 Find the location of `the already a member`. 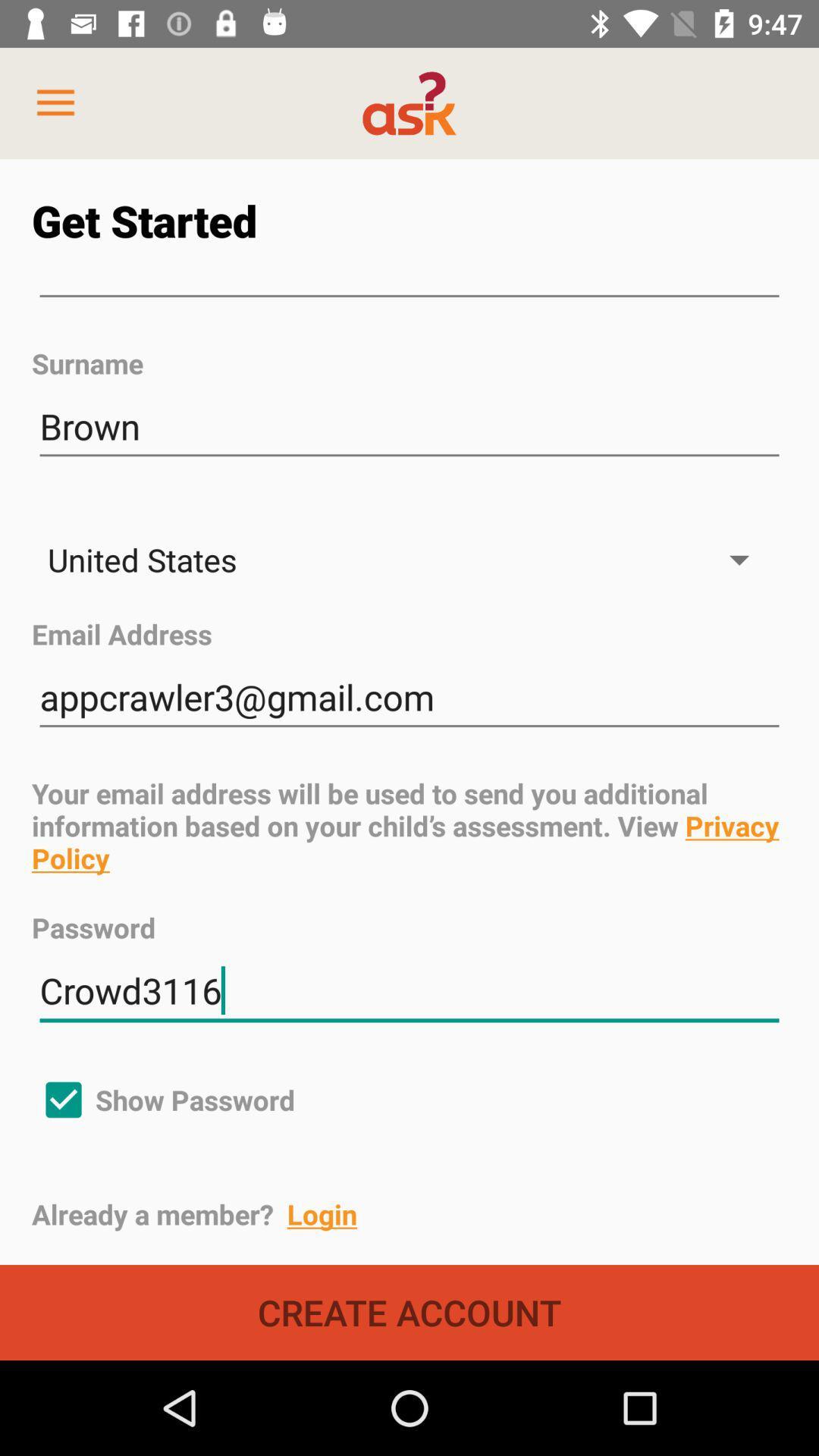

the already a member is located at coordinates (425, 1214).